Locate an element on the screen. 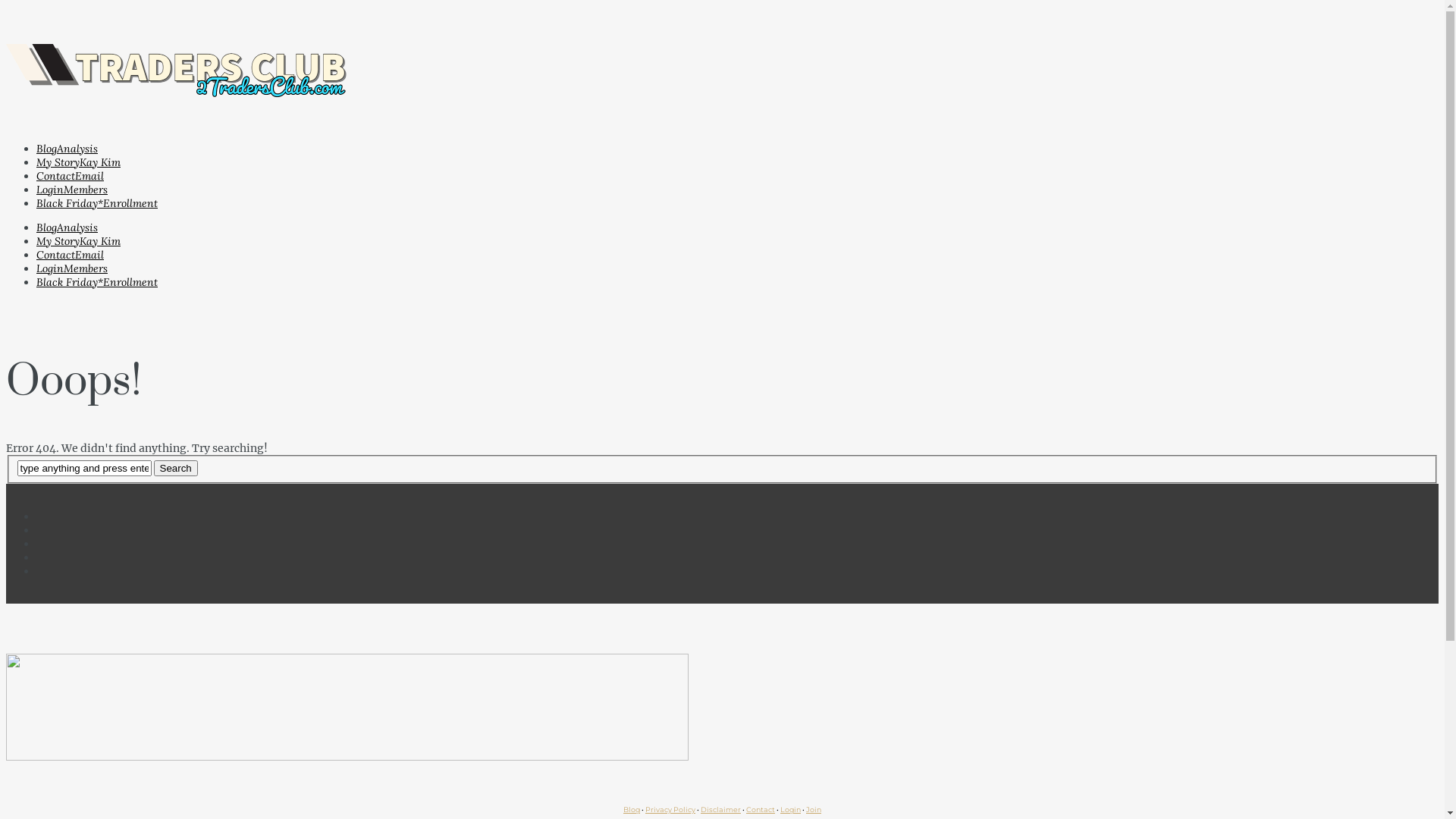 Image resolution: width=1456 pixels, height=819 pixels. 'My StoryKay Kim' is located at coordinates (77, 239).